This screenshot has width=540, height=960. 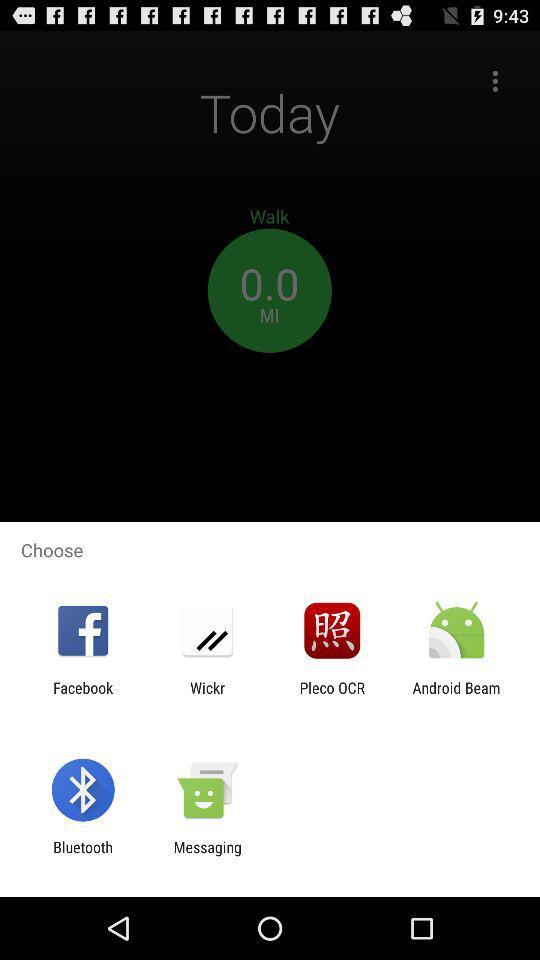 What do you see at coordinates (332, 696) in the screenshot?
I see `the app next to the android beam app` at bounding box center [332, 696].